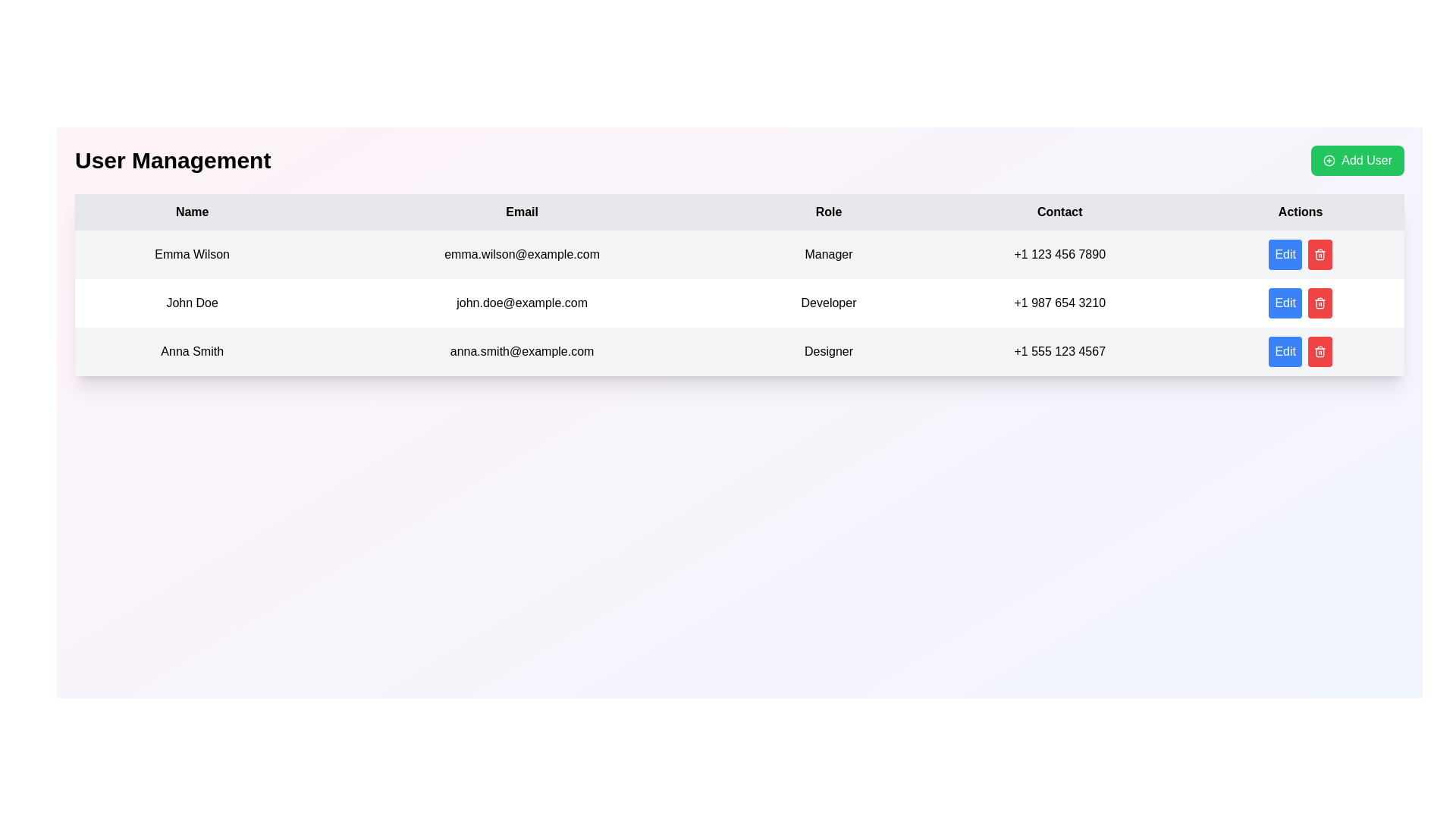 Image resolution: width=1456 pixels, height=819 pixels. I want to click on the static text element displaying 'Emma Wilson' in bold black text, located in the first column of the user information row under the 'Name' column, so click(191, 253).